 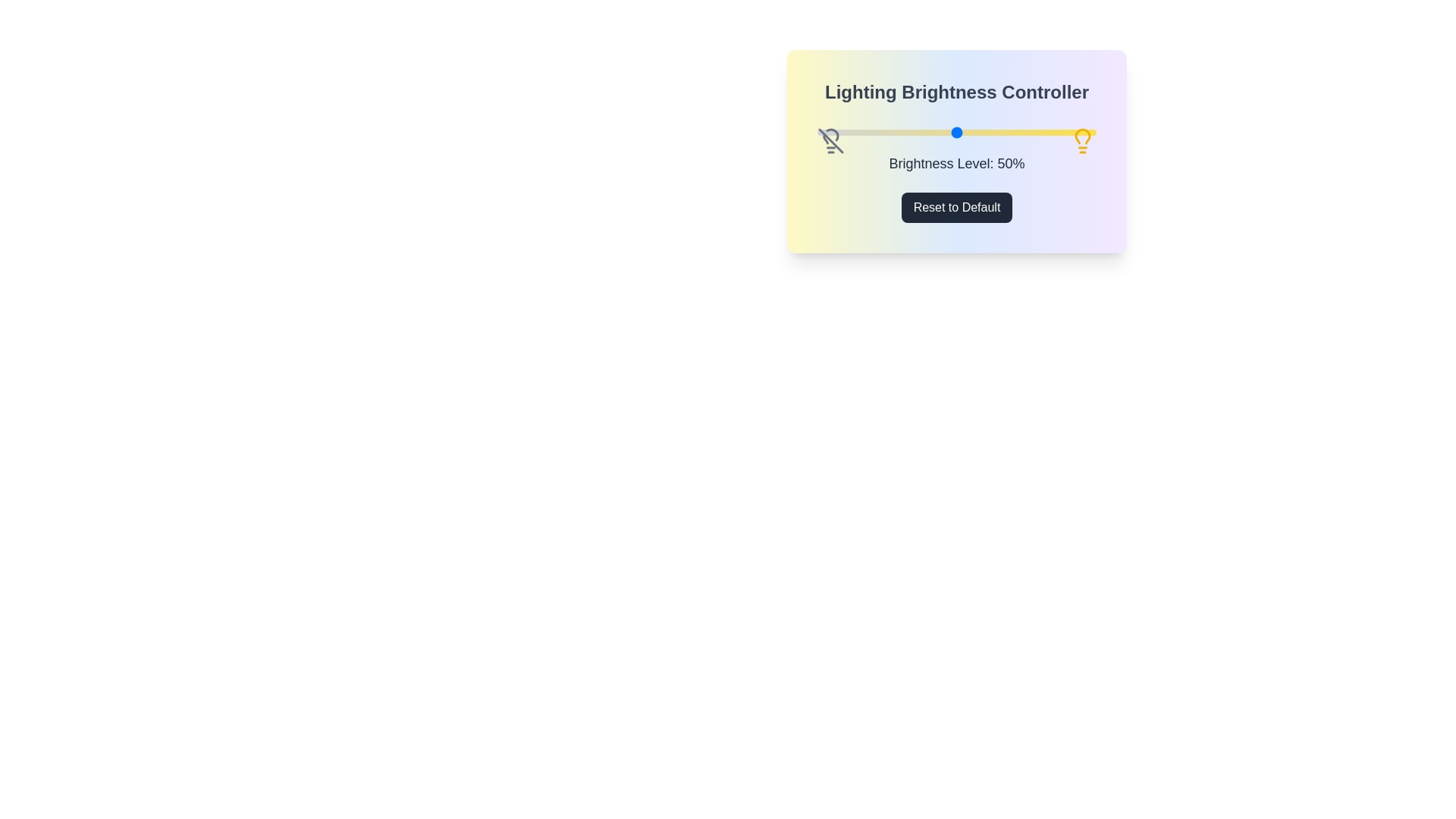 I want to click on the brightness slider to 50%, so click(x=956, y=131).